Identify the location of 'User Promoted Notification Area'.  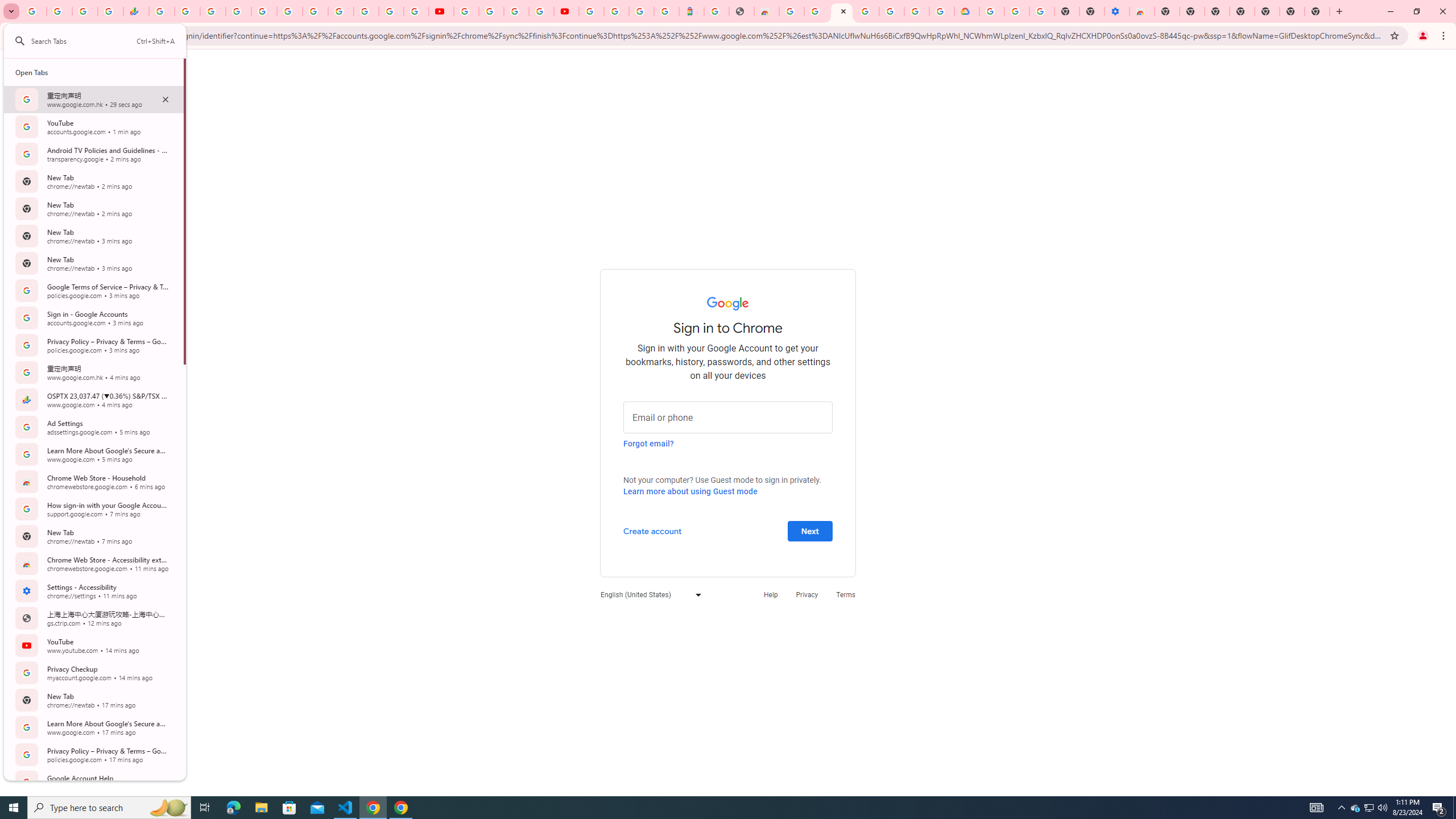
(1368, 806).